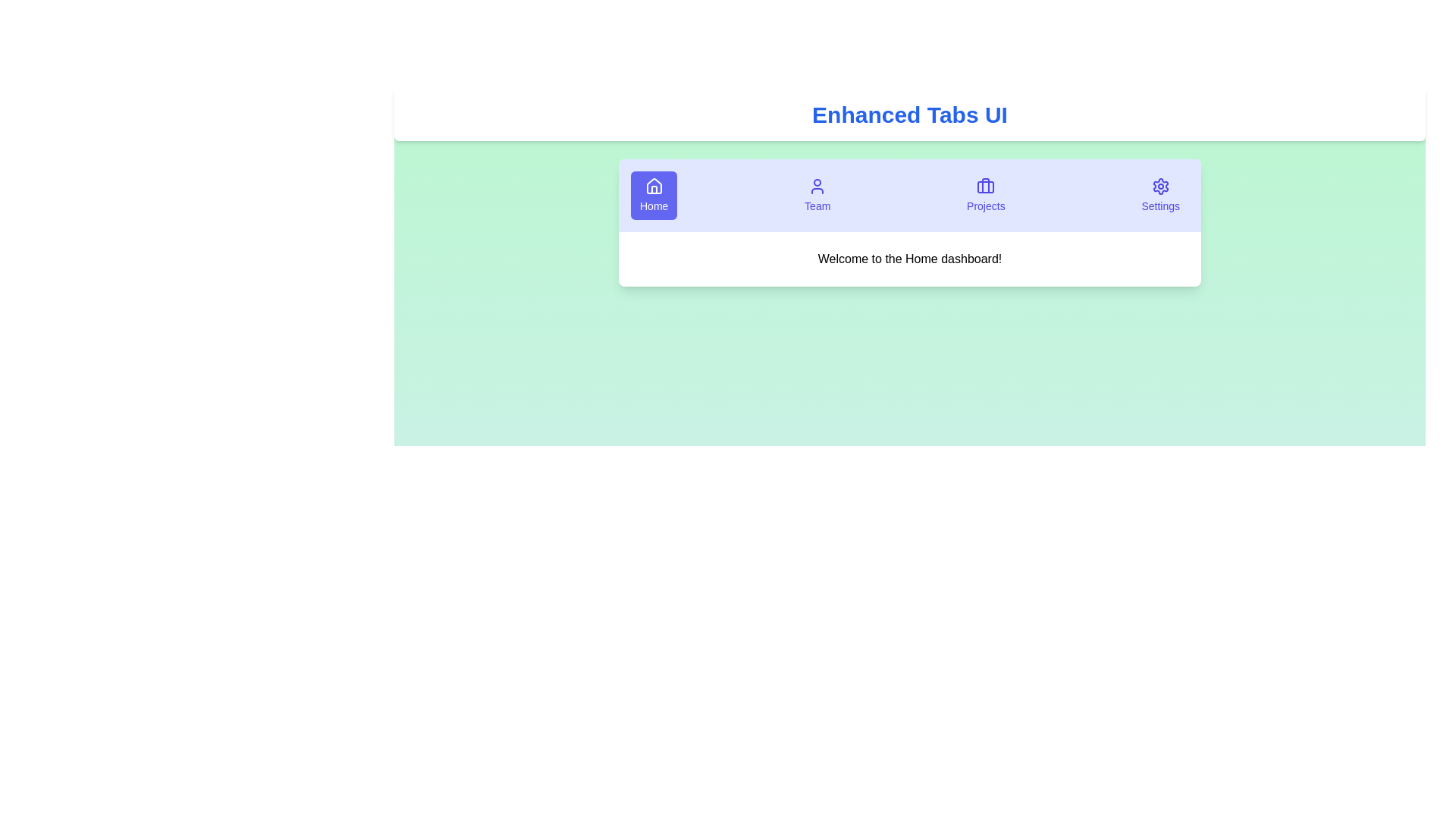 The width and height of the screenshot is (1456, 819). I want to click on the 'Team' tab in the navigation bar, which serves as a static text label indicating its purpose related to team functionalities, so click(817, 206).